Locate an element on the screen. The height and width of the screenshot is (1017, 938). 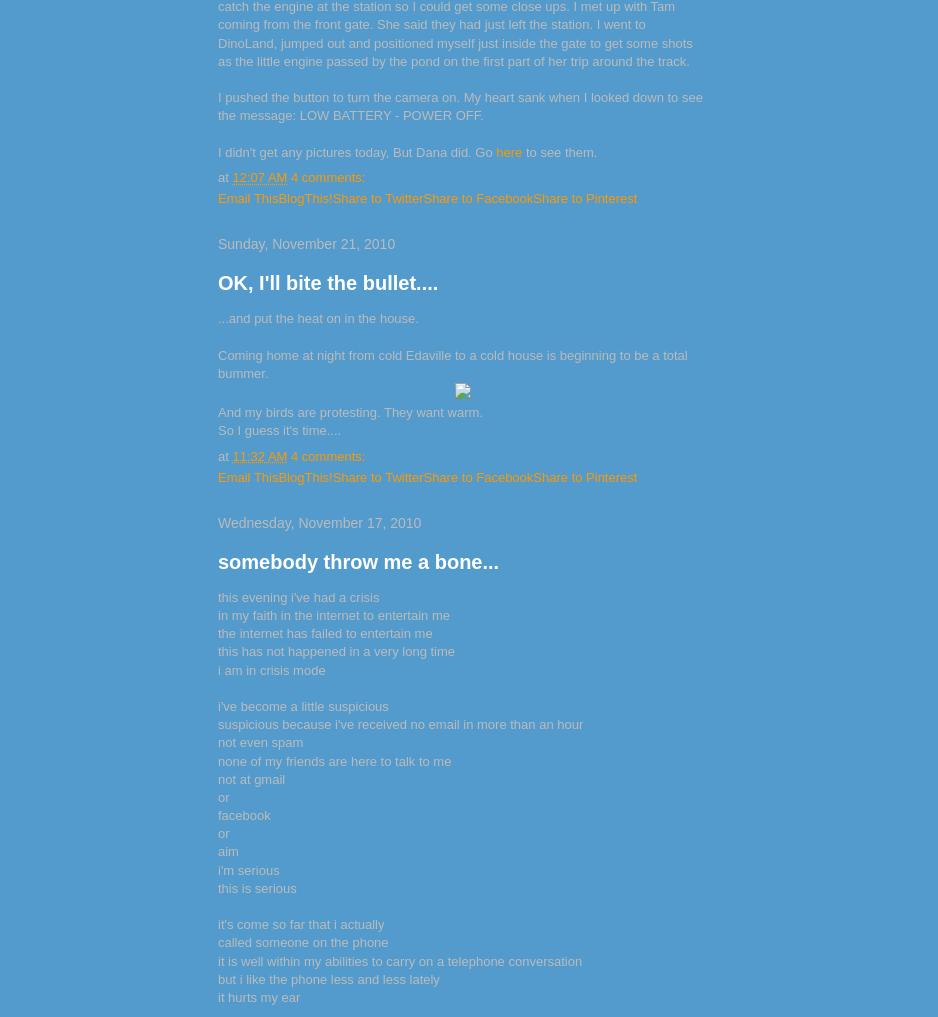
'i'm serious' is located at coordinates (247, 869).